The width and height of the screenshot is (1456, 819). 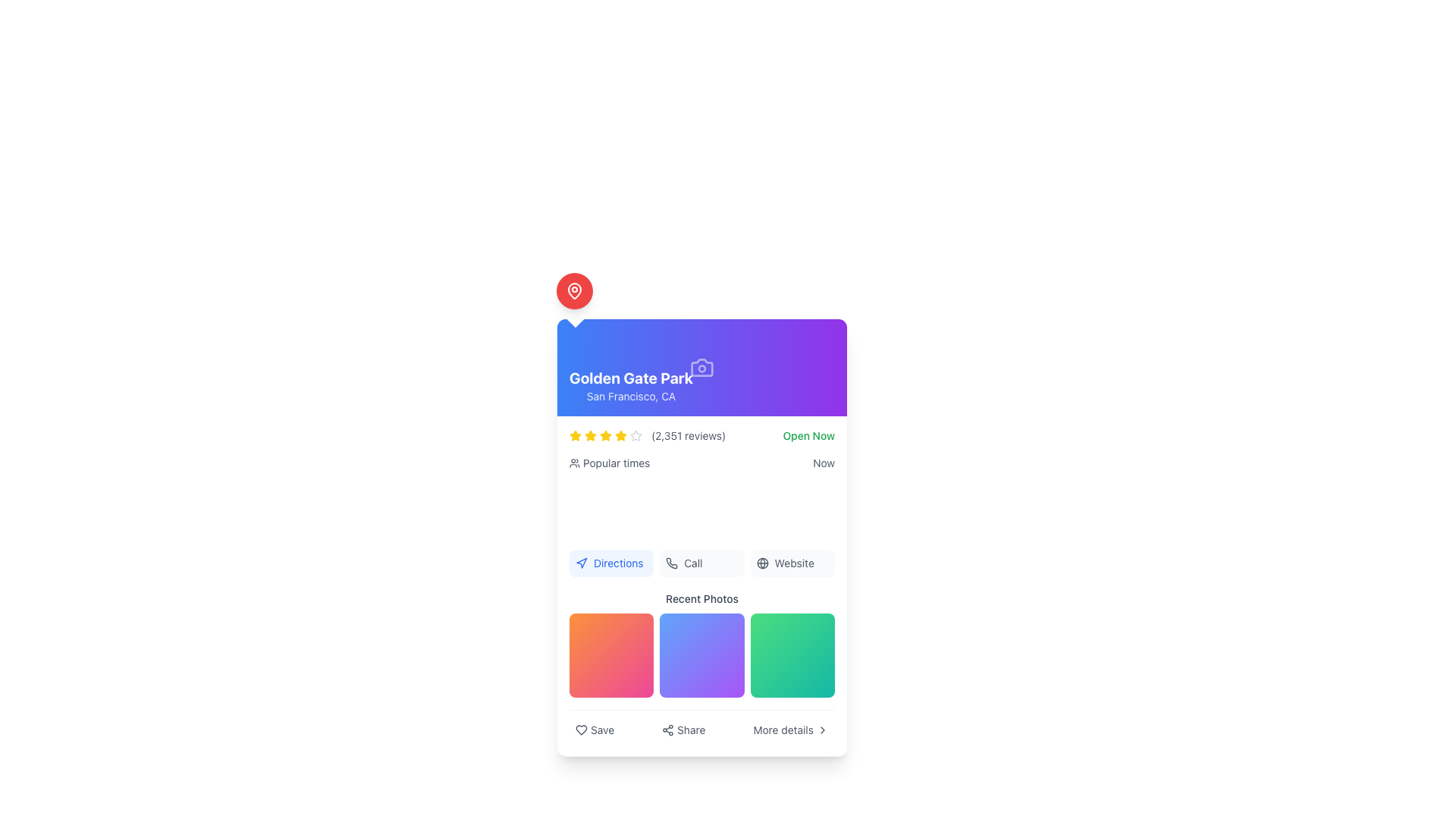 What do you see at coordinates (792, 563) in the screenshot?
I see `the third button located beneath the header section that provides access to the website related to the entity displayed in the interface` at bounding box center [792, 563].